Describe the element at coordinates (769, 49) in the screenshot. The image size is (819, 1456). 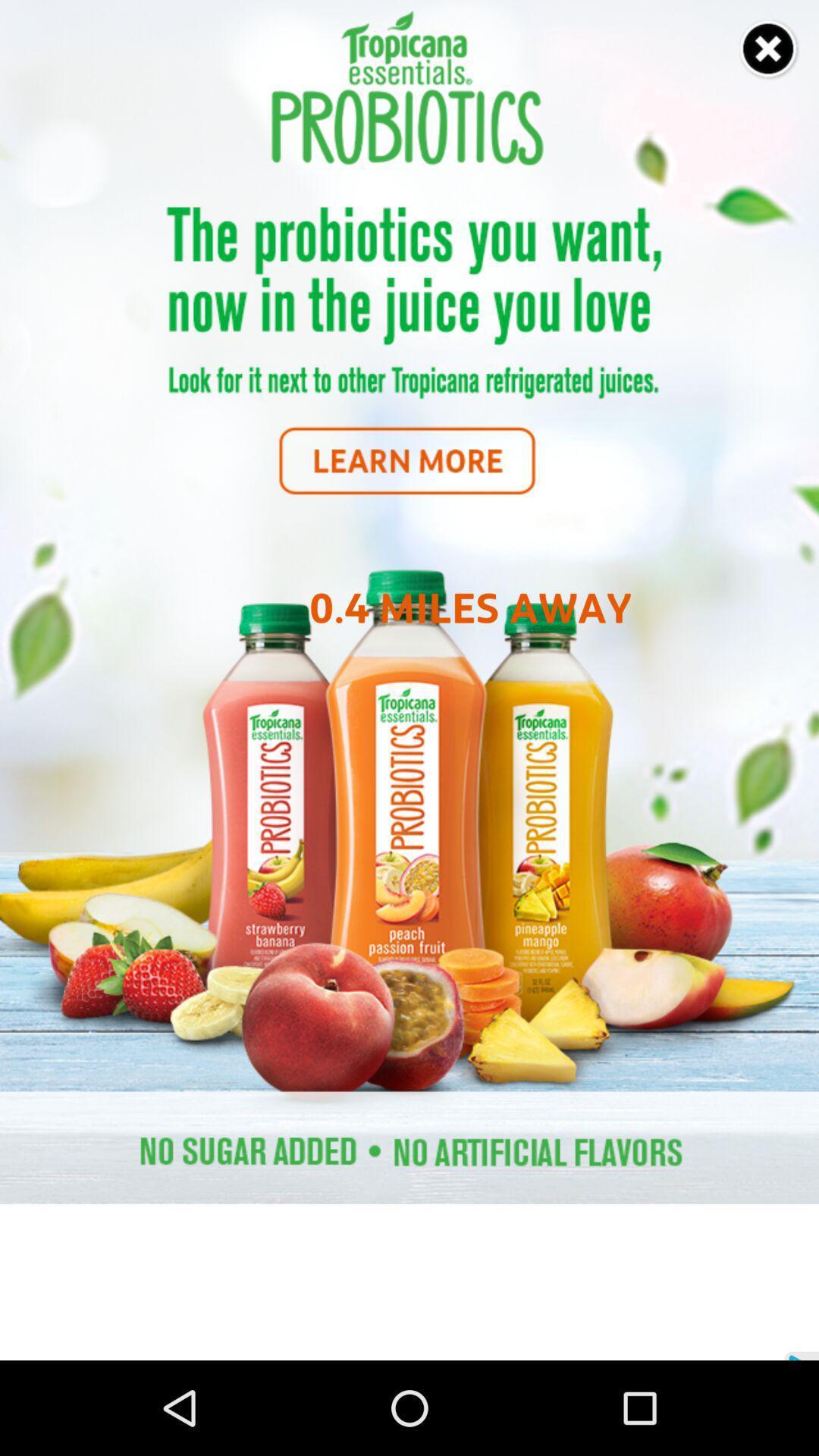
I see `close` at that location.